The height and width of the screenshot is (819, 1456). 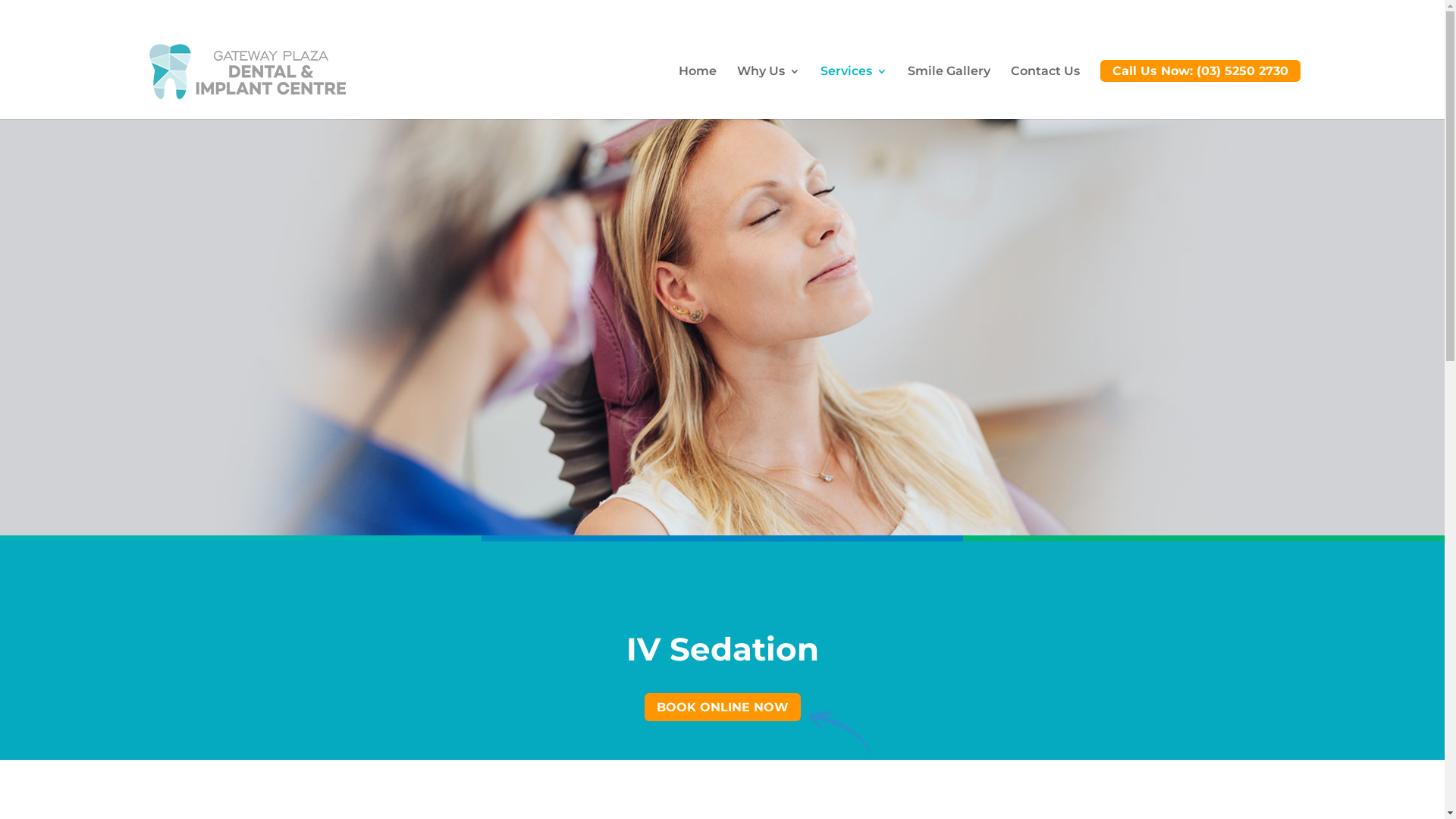 I want to click on 'Smile Gallery', so click(x=906, y=90).